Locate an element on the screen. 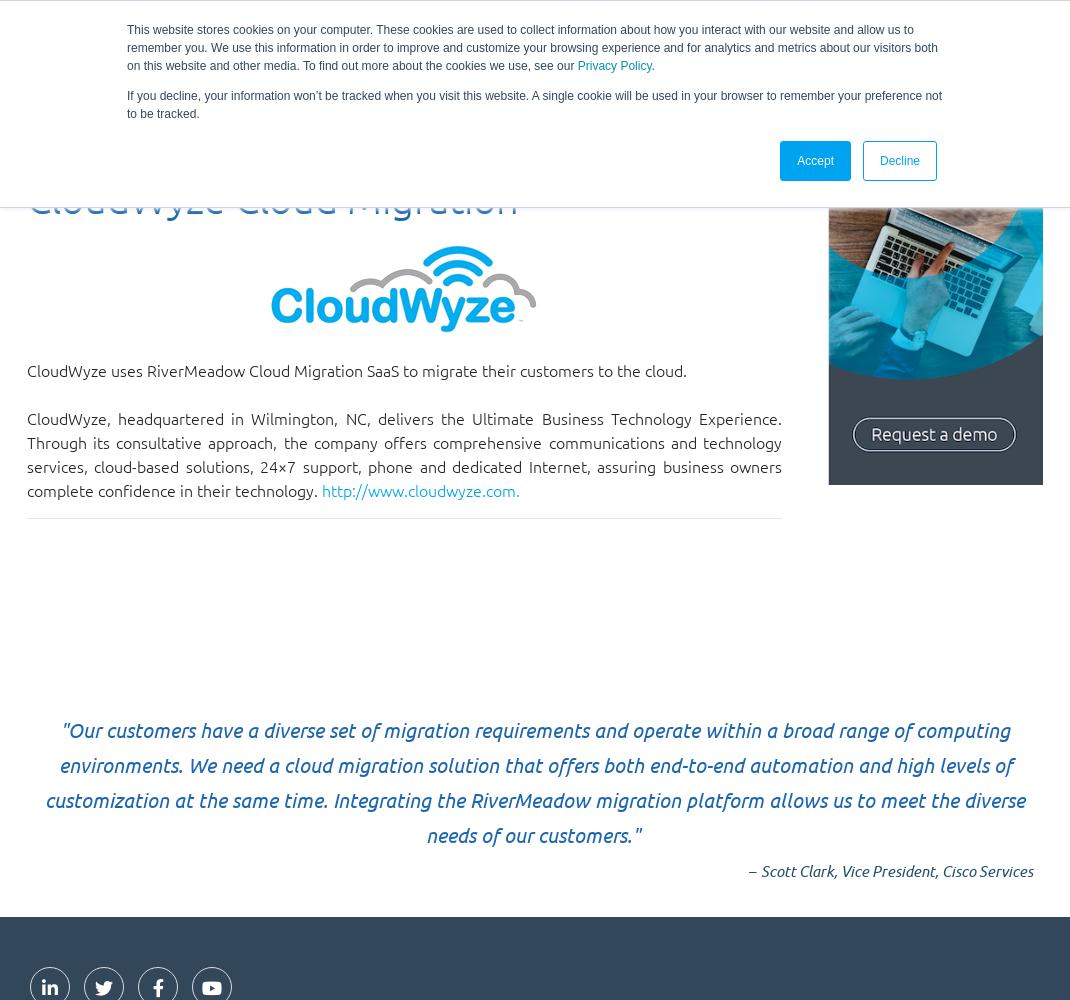 The image size is (1070, 1000). 'CloudWyze, headquartered in Wilmington, NC, delivers the Ultimate Business Technology Experience. Through its consultative approach, the company offers comprehensive communications and technology services, cloud-based solutions, 24×7 support, phone and dedicated Internet, assuring business owners complete confidence in their technology.' is located at coordinates (25, 453).